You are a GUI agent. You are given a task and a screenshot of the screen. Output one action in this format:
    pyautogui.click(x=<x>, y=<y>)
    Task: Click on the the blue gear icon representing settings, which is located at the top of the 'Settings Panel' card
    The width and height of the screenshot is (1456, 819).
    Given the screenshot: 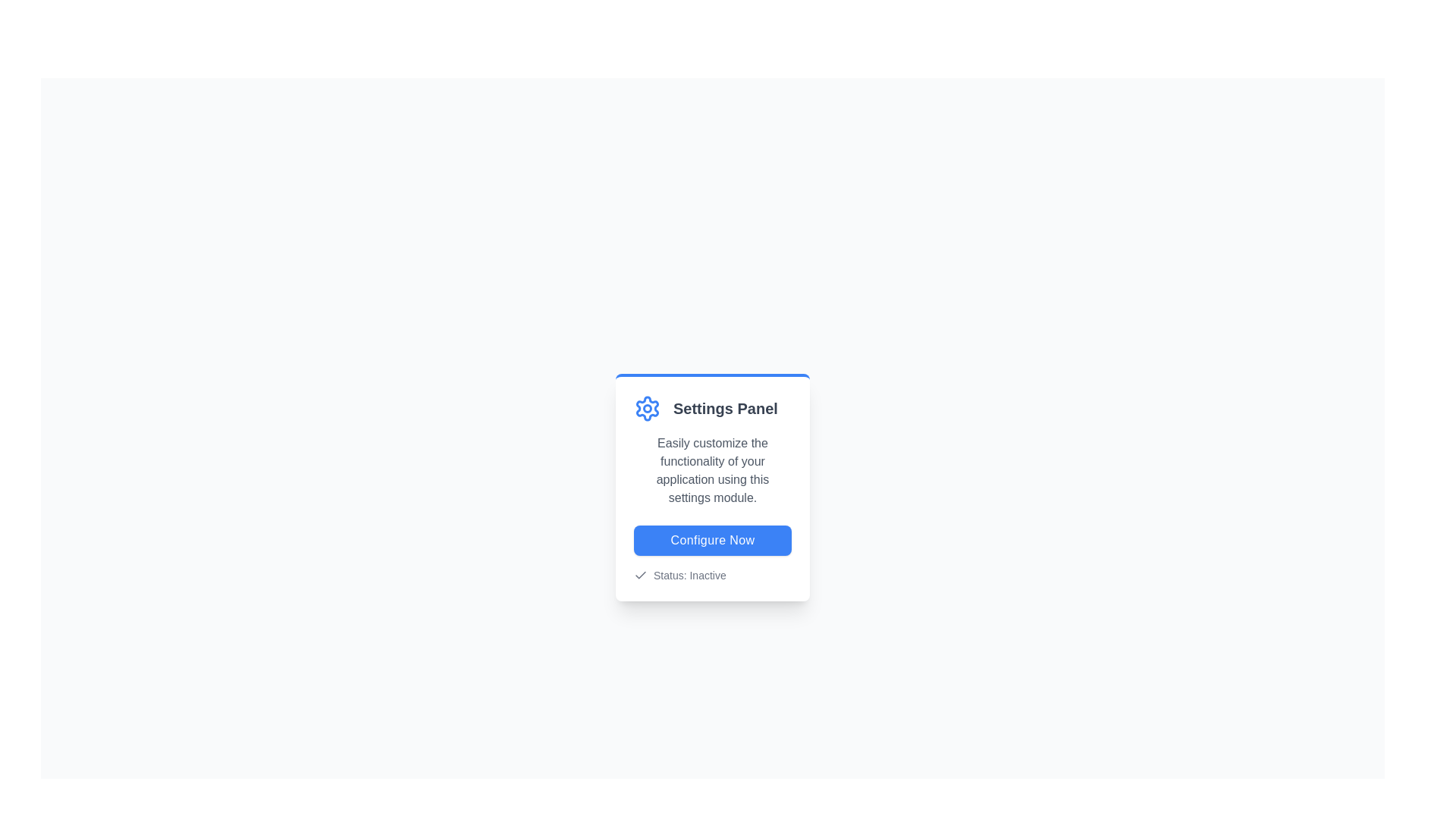 What is the action you would take?
    pyautogui.click(x=648, y=408)
    